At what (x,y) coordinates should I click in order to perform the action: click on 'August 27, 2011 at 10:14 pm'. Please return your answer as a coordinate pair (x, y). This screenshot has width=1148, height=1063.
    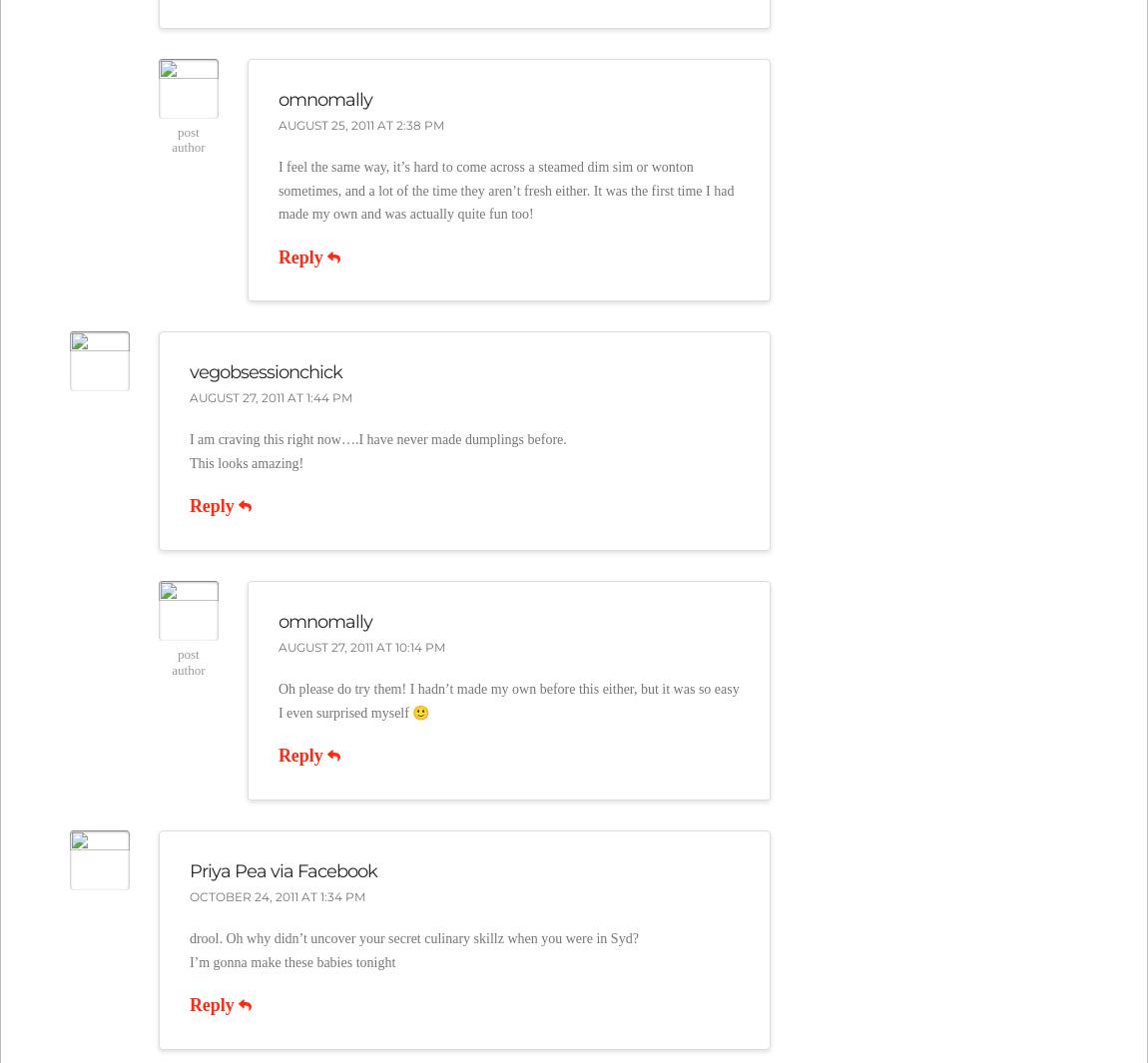
    Looking at the image, I should click on (360, 646).